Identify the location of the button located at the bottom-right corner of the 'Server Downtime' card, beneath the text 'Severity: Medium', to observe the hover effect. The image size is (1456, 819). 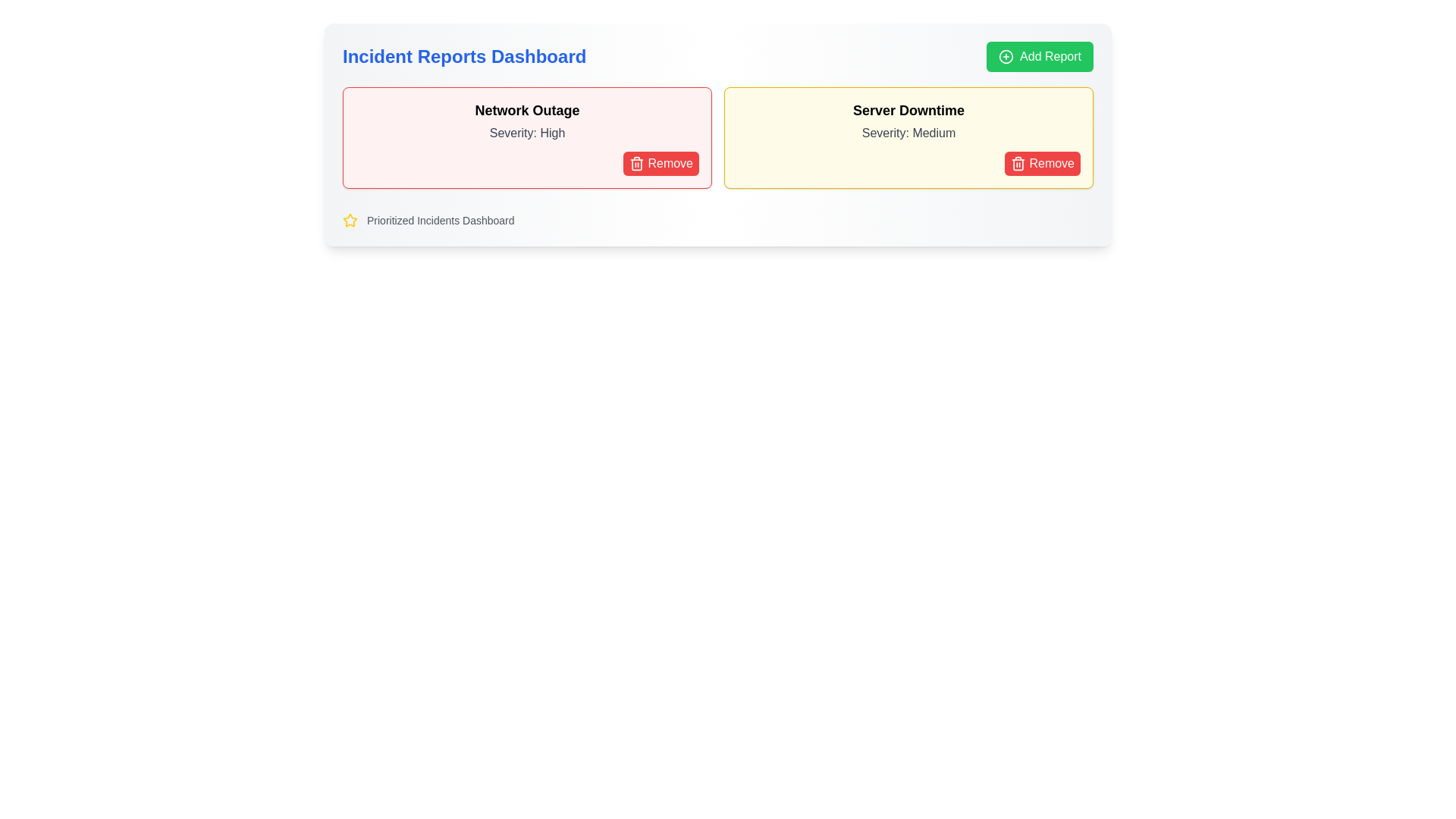
(1042, 164).